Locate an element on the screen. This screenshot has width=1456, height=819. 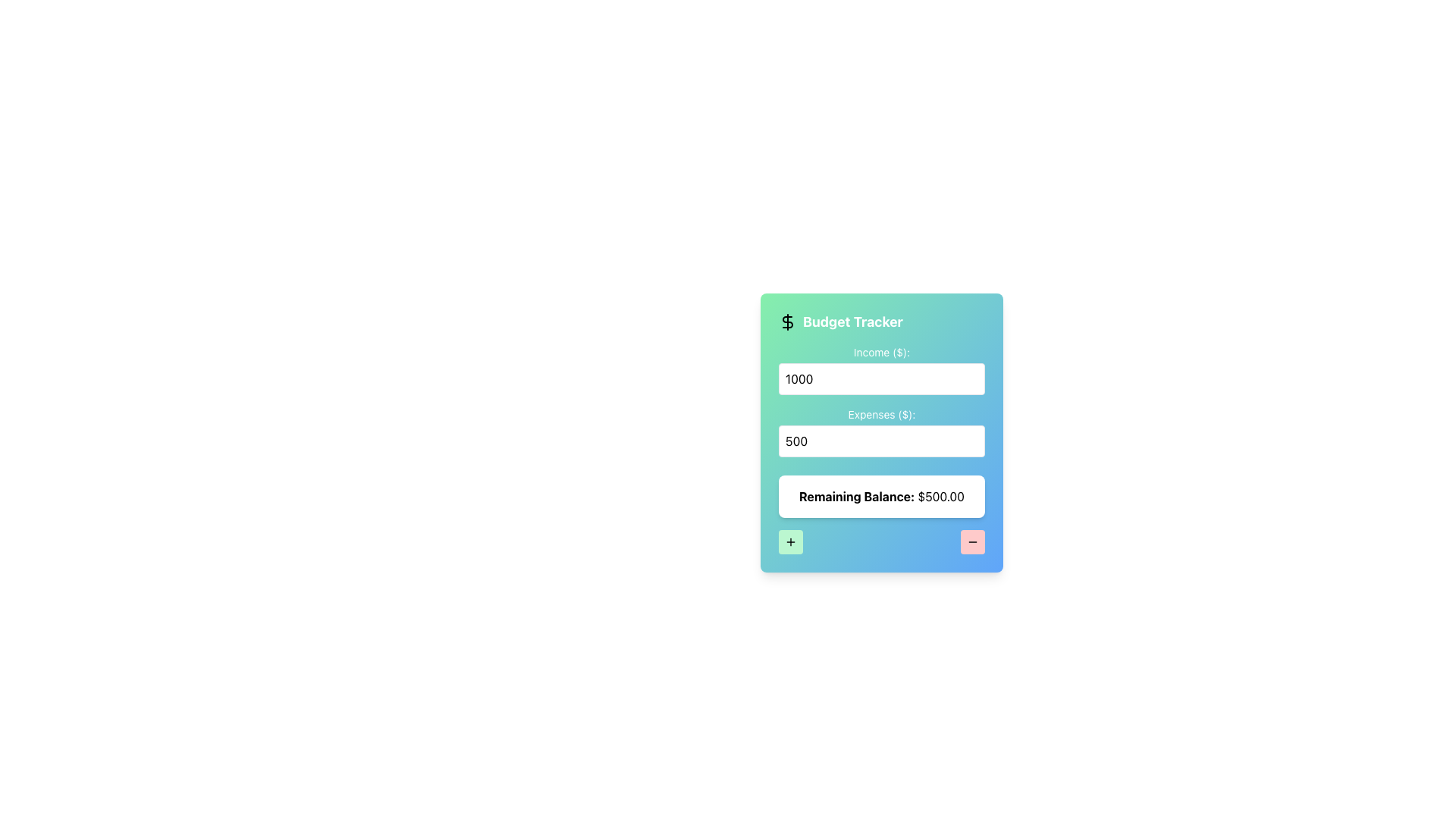
the rounded rectangular button with a pale red background and a minus symbol icon is located at coordinates (972, 541).